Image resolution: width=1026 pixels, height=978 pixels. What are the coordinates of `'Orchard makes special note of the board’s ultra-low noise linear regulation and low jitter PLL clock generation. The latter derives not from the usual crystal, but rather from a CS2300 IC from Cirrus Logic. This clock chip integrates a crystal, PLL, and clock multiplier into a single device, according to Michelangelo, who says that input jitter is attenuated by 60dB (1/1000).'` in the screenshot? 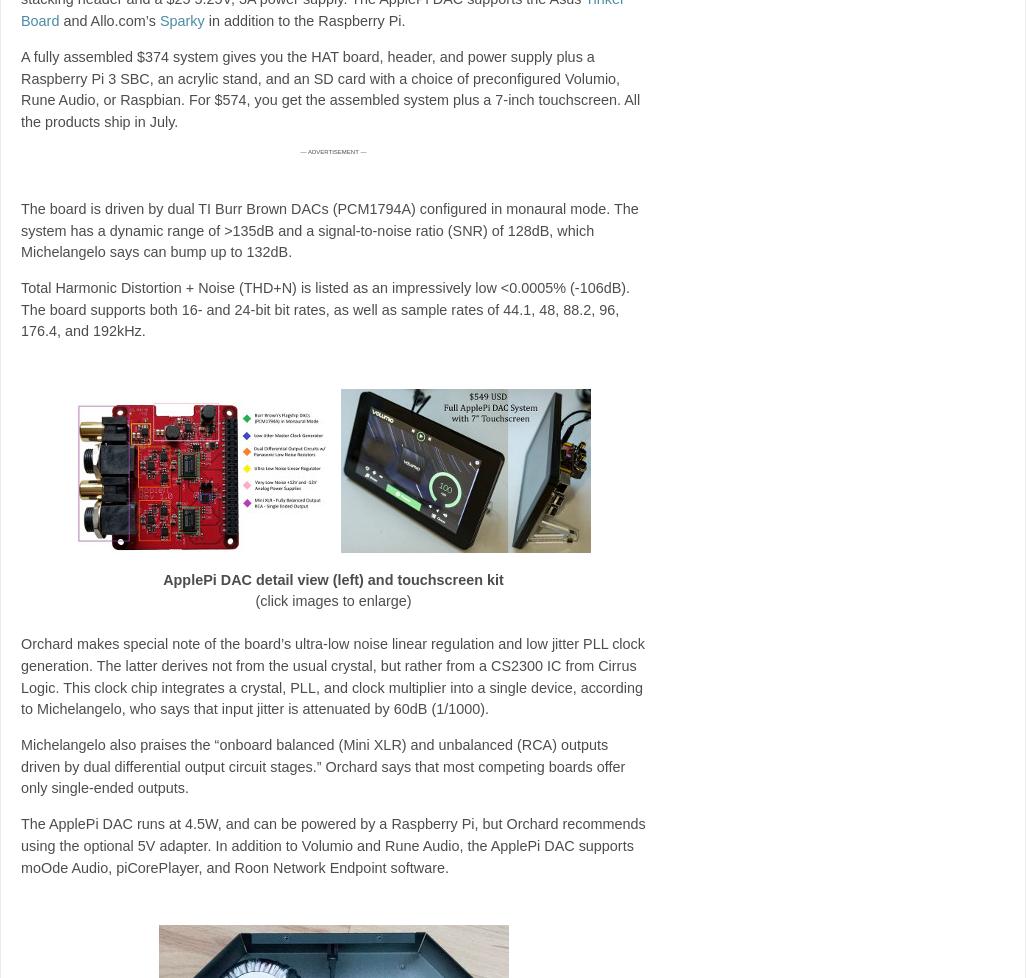 It's located at (332, 676).